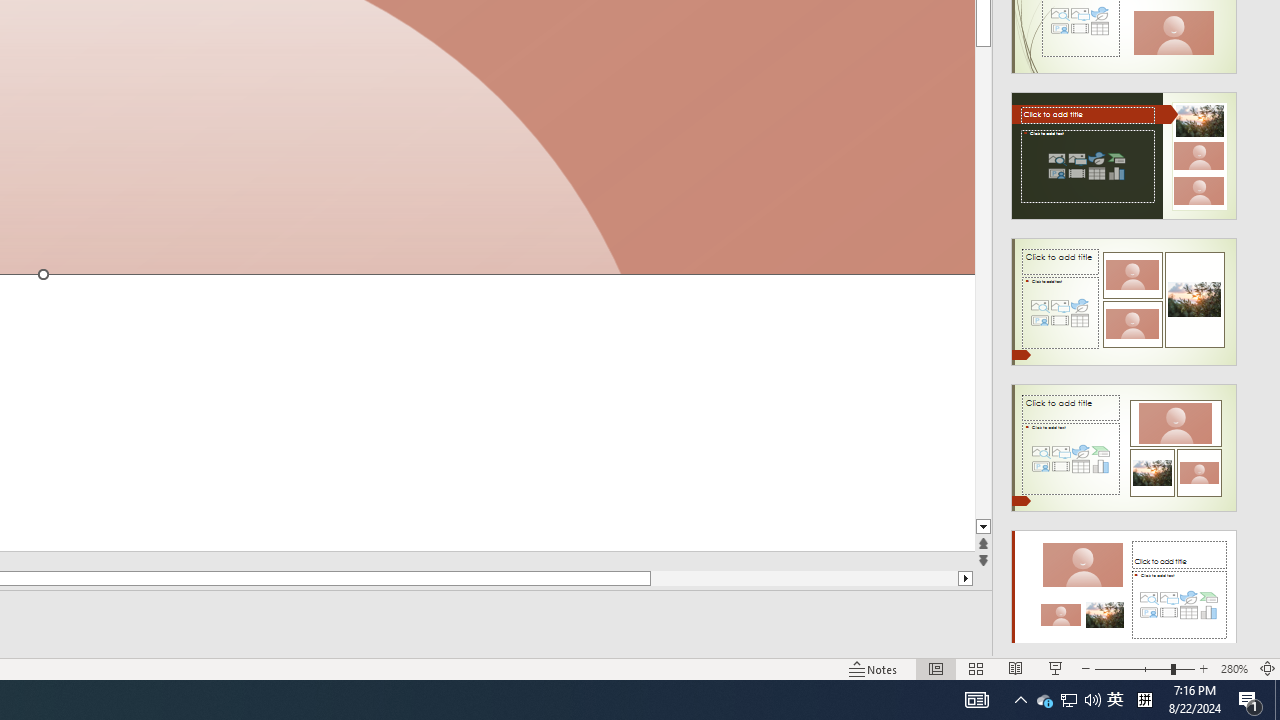 The image size is (1280, 720). I want to click on 'Slide Show', so click(1055, 669).